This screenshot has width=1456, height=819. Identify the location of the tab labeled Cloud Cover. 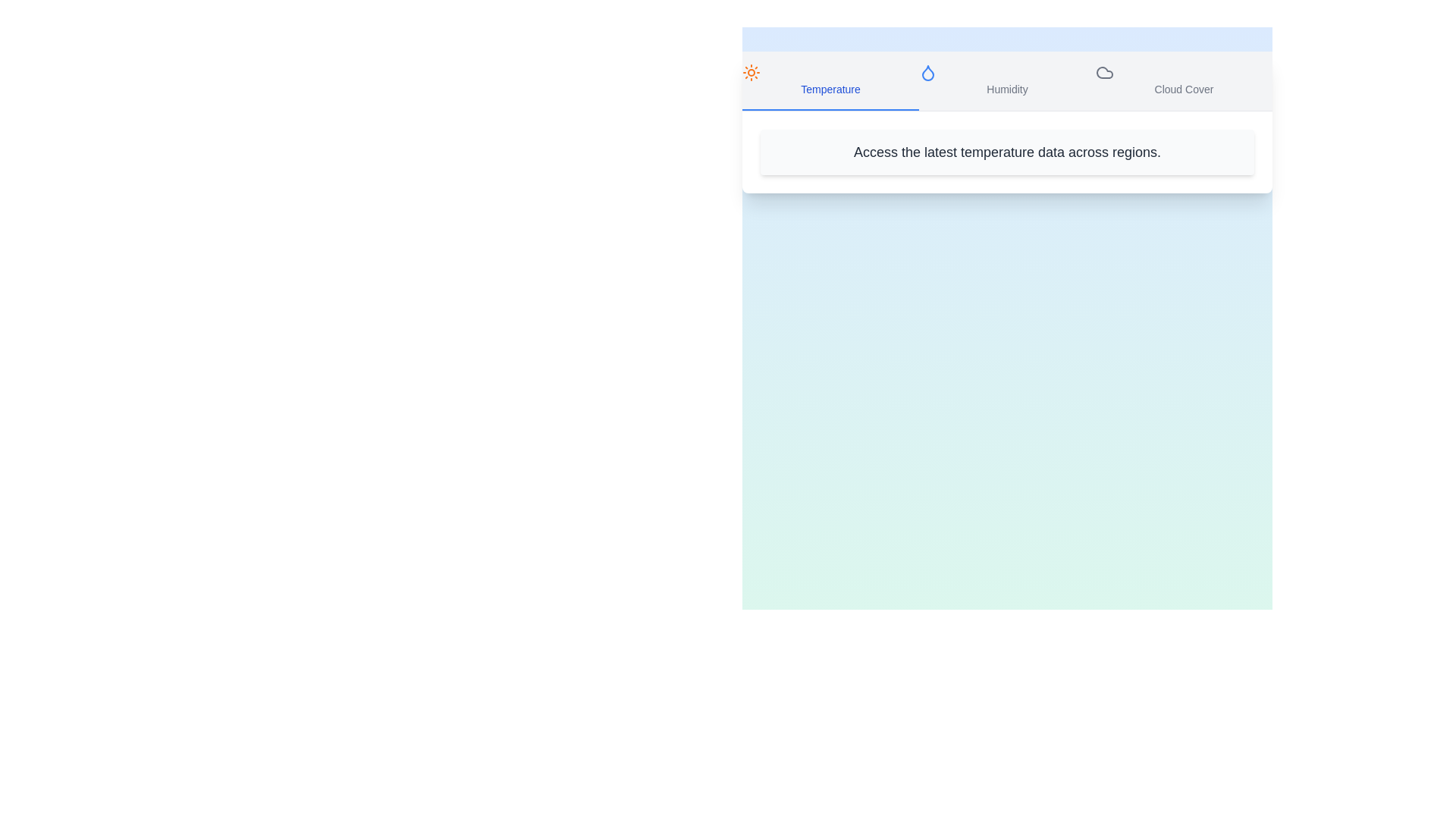
(1183, 81).